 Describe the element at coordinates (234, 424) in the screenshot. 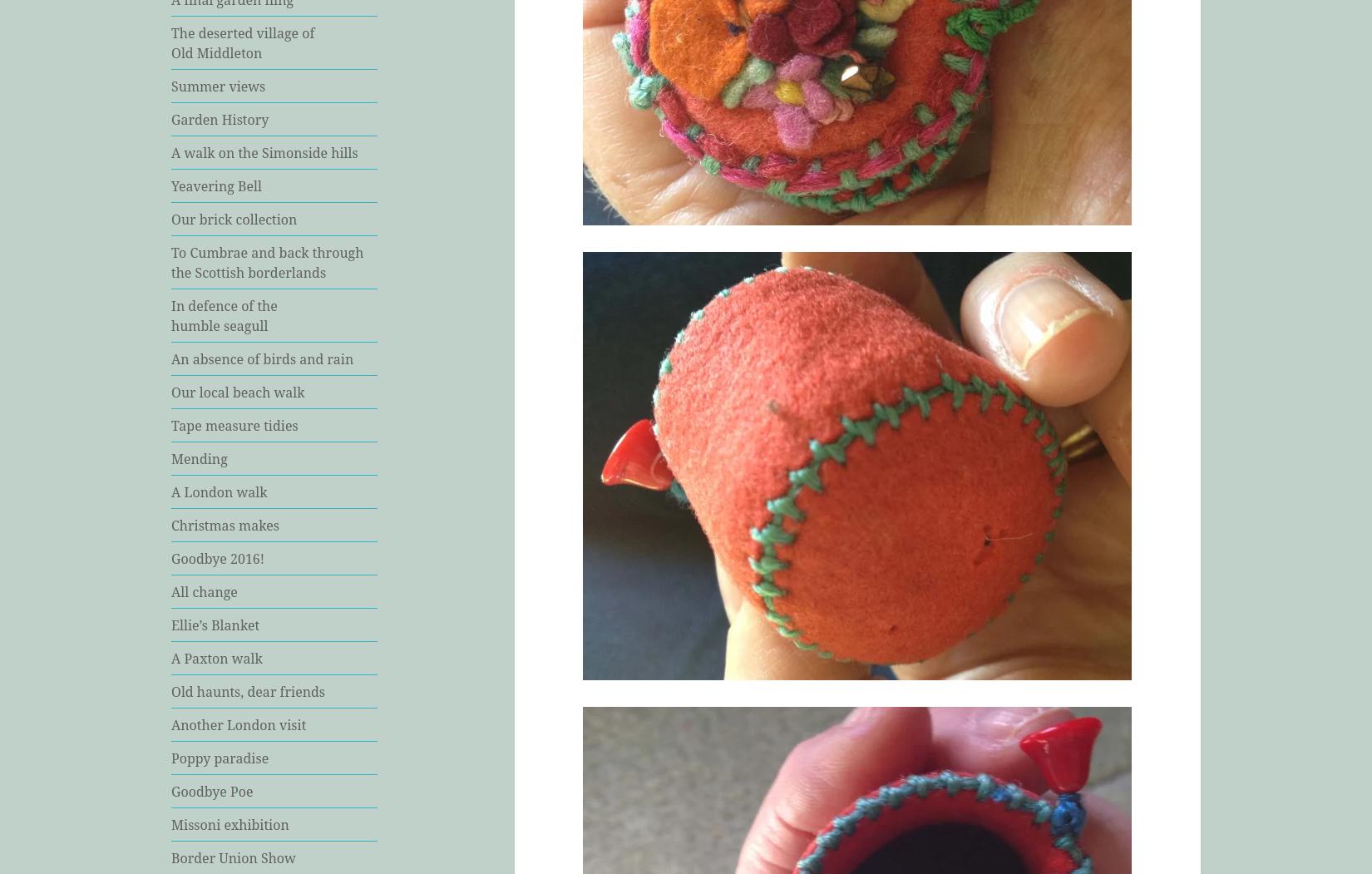

I see `'Tape measure tidies'` at that location.